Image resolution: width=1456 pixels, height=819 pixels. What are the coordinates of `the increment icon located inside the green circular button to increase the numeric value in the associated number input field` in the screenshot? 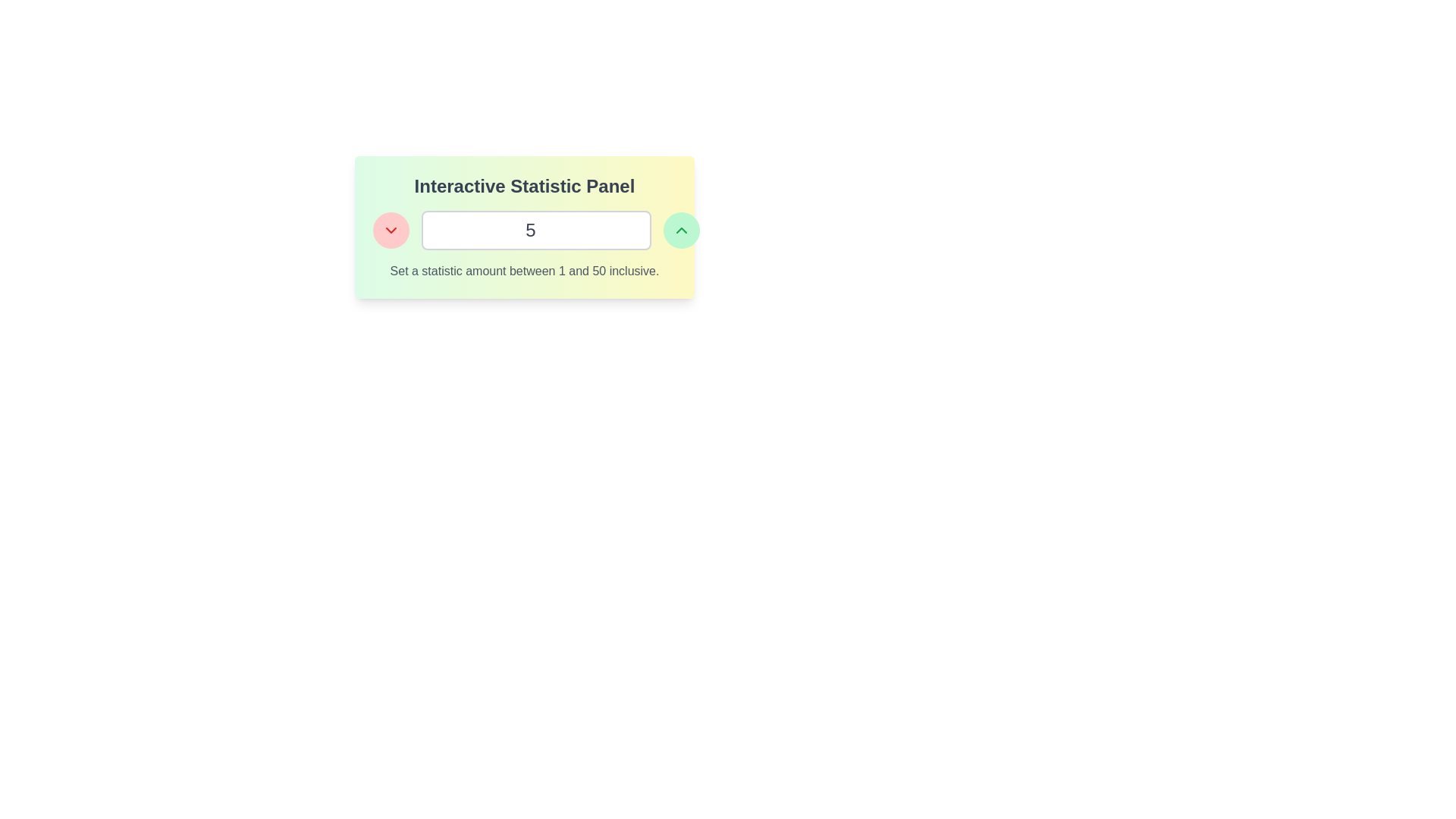 It's located at (680, 231).